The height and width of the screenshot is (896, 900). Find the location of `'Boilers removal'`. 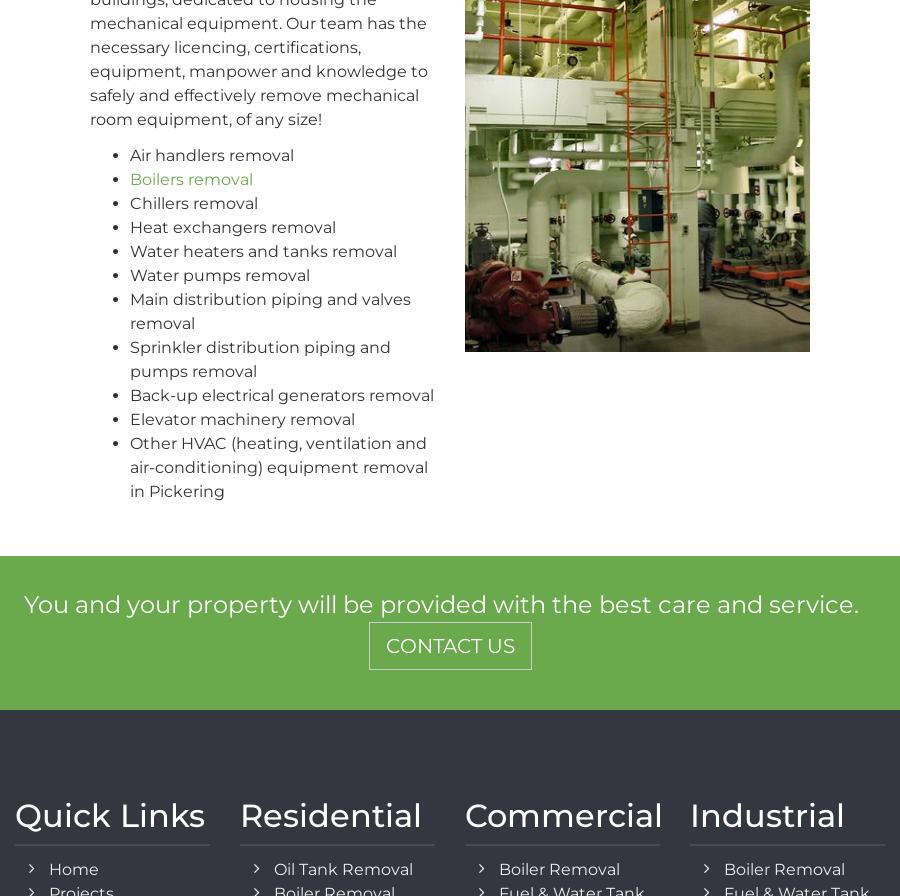

'Boilers removal' is located at coordinates (191, 179).